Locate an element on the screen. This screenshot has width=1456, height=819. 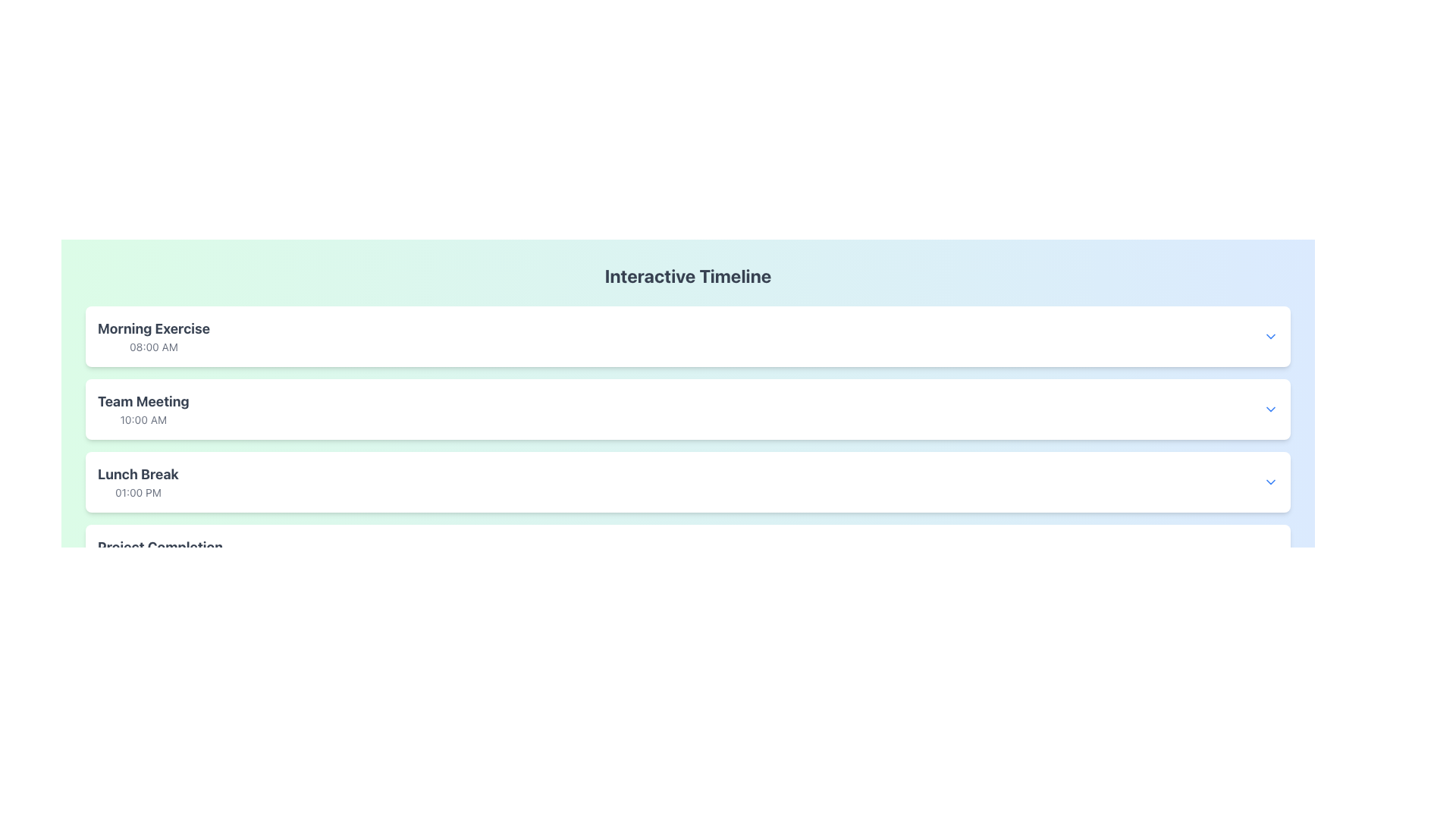
the bold and large gray text 'Morning Exercise' located at the top-left section of the first event card in the scheduled events list is located at coordinates (153, 328).